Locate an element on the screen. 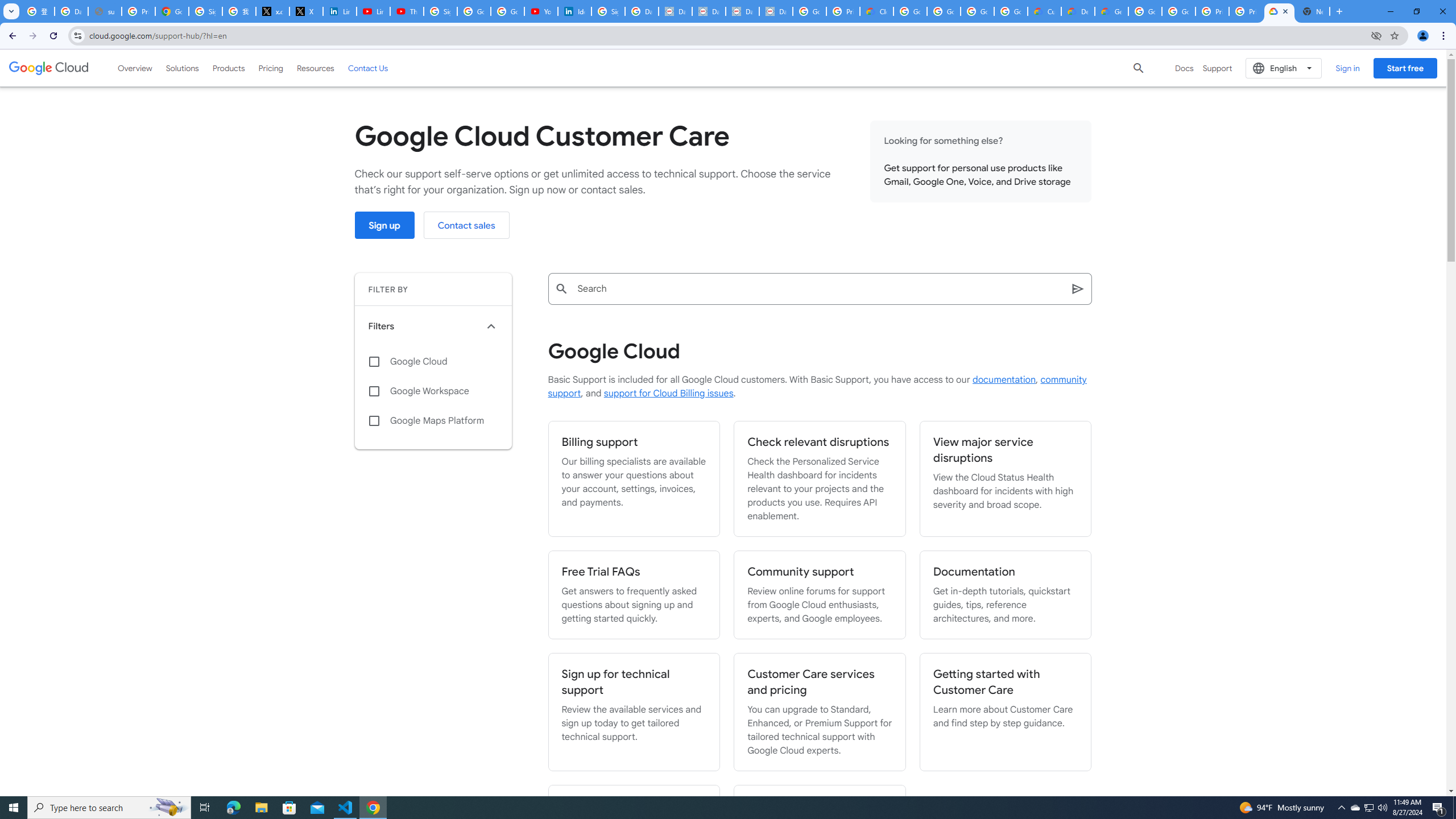 Image resolution: width=1456 pixels, height=819 pixels. 'Data Privacy Framework' is located at coordinates (709, 11).